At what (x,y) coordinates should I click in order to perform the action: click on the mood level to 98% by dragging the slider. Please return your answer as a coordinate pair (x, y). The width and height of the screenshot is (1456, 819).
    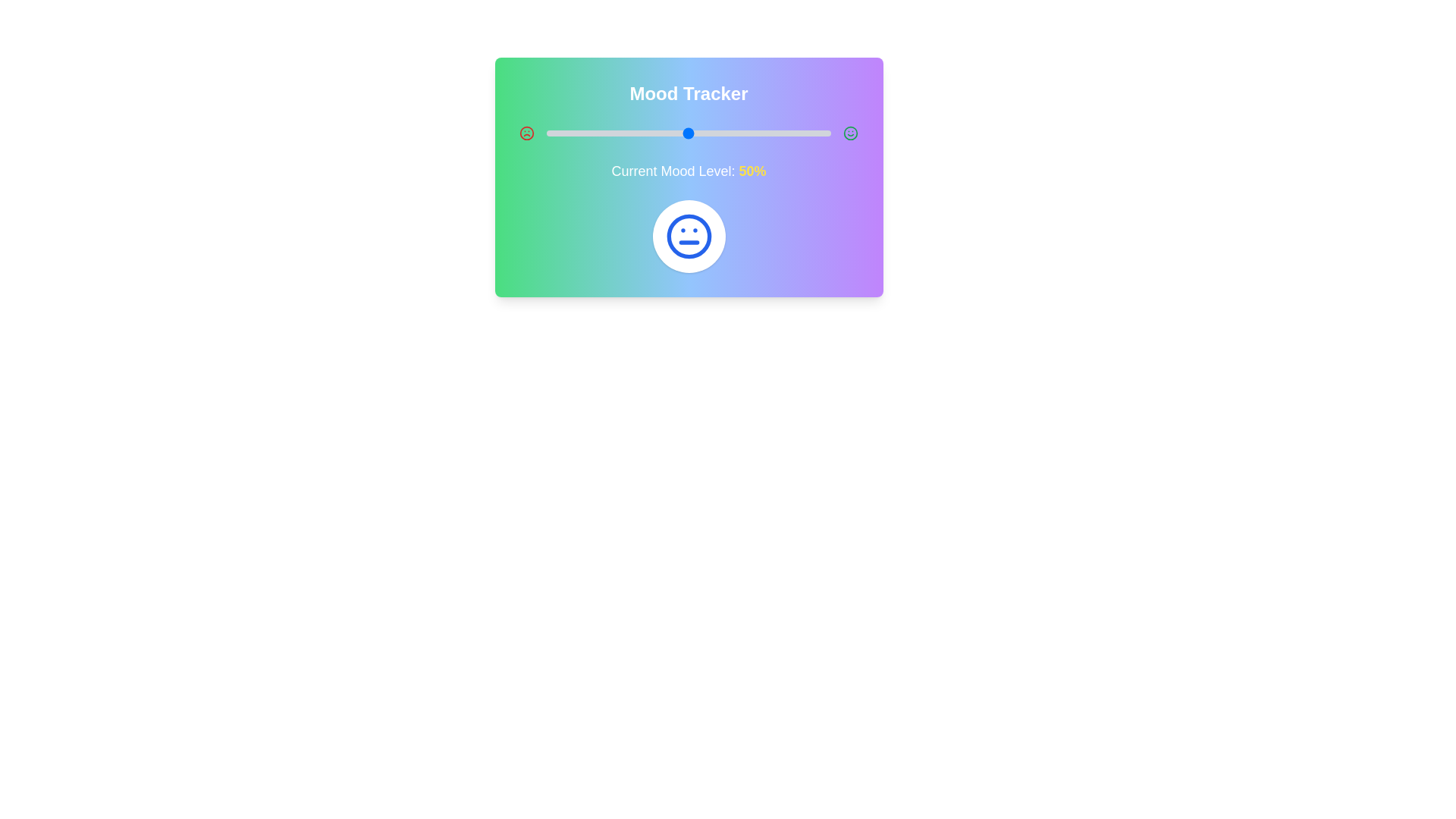
    Looking at the image, I should click on (824, 133).